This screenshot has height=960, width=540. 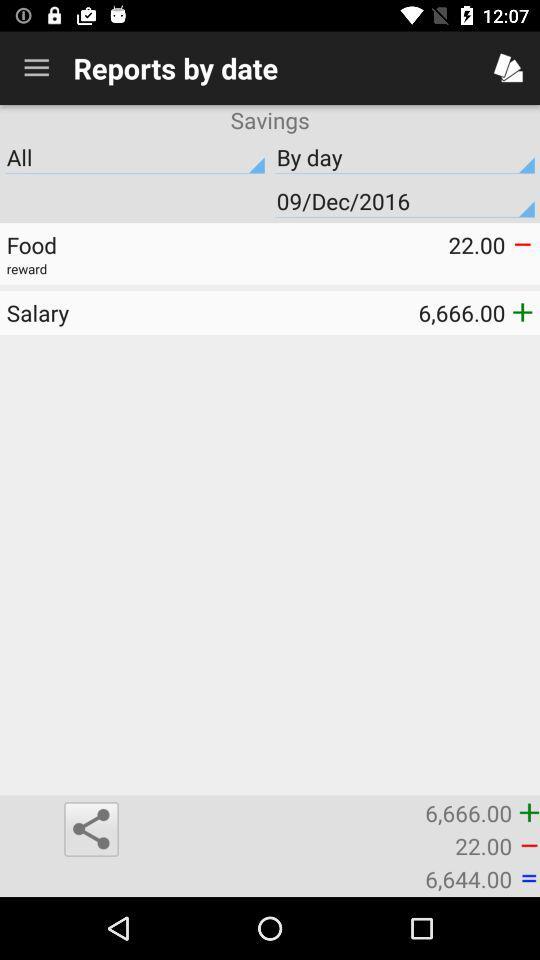 I want to click on item to the left of 6,666.00 item, so click(x=90, y=829).